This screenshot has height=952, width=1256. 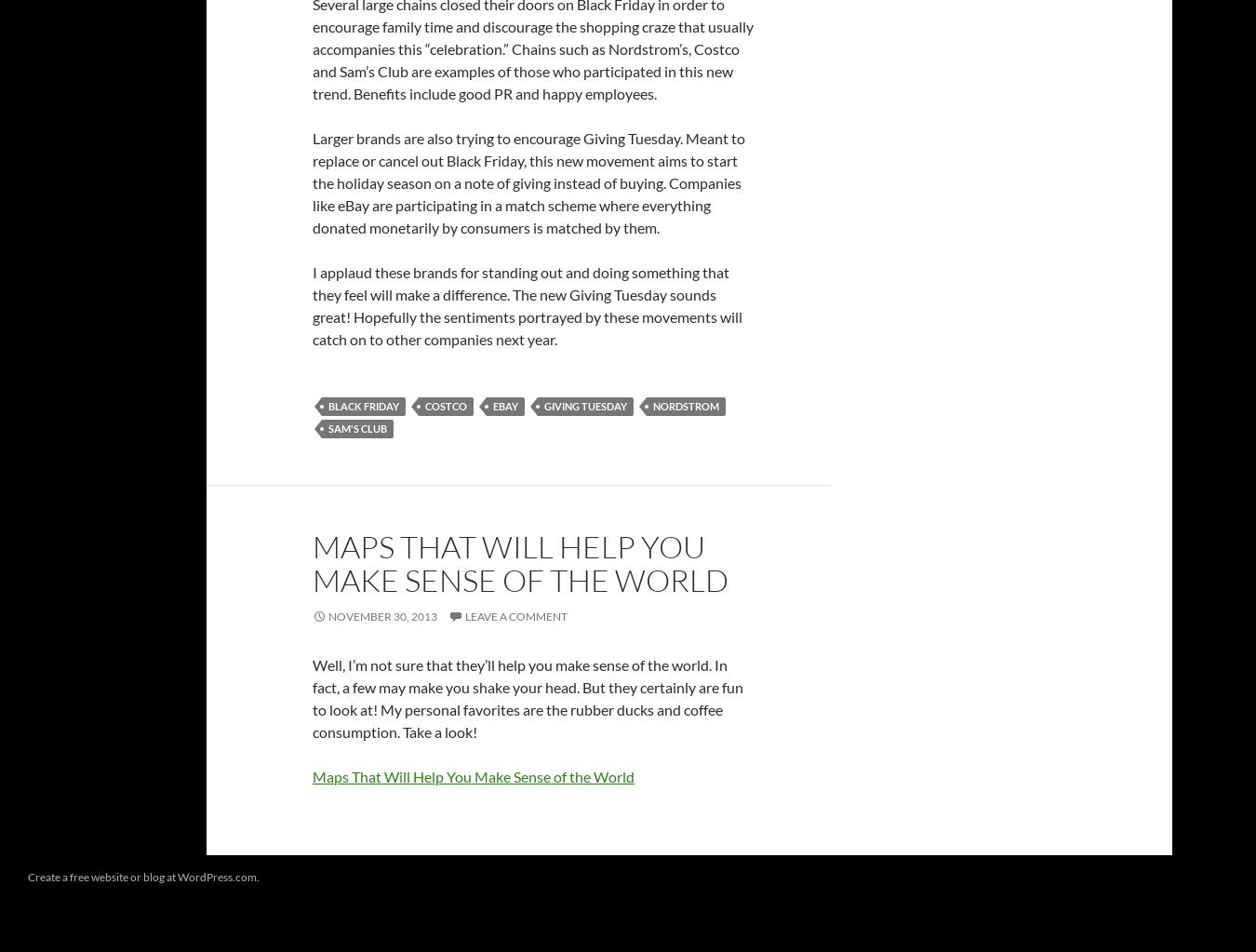 What do you see at coordinates (357, 427) in the screenshot?
I see `'Sam's Club'` at bounding box center [357, 427].